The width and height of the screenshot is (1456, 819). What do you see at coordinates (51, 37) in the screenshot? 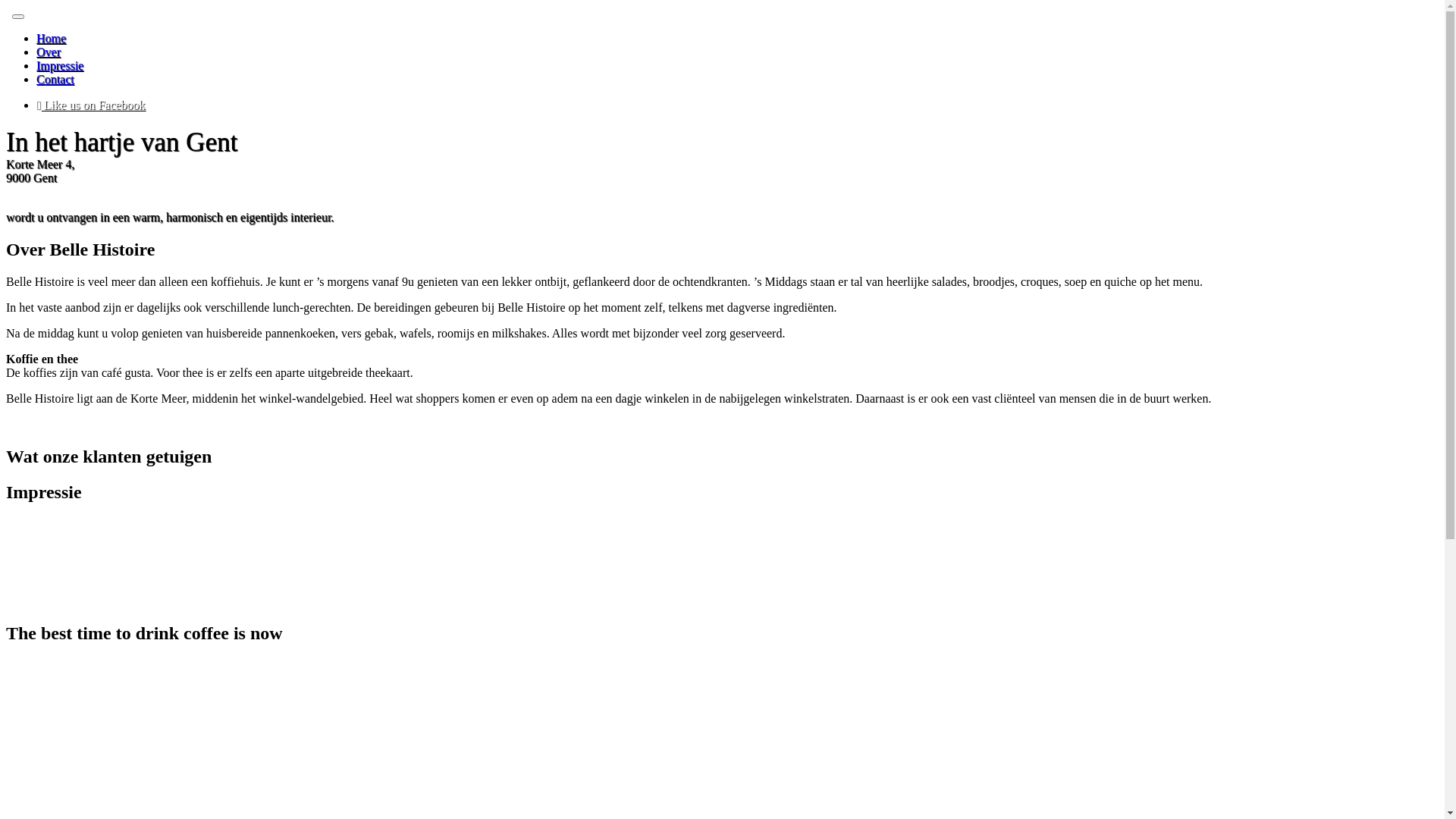
I see `'Home'` at bounding box center [51, 37].